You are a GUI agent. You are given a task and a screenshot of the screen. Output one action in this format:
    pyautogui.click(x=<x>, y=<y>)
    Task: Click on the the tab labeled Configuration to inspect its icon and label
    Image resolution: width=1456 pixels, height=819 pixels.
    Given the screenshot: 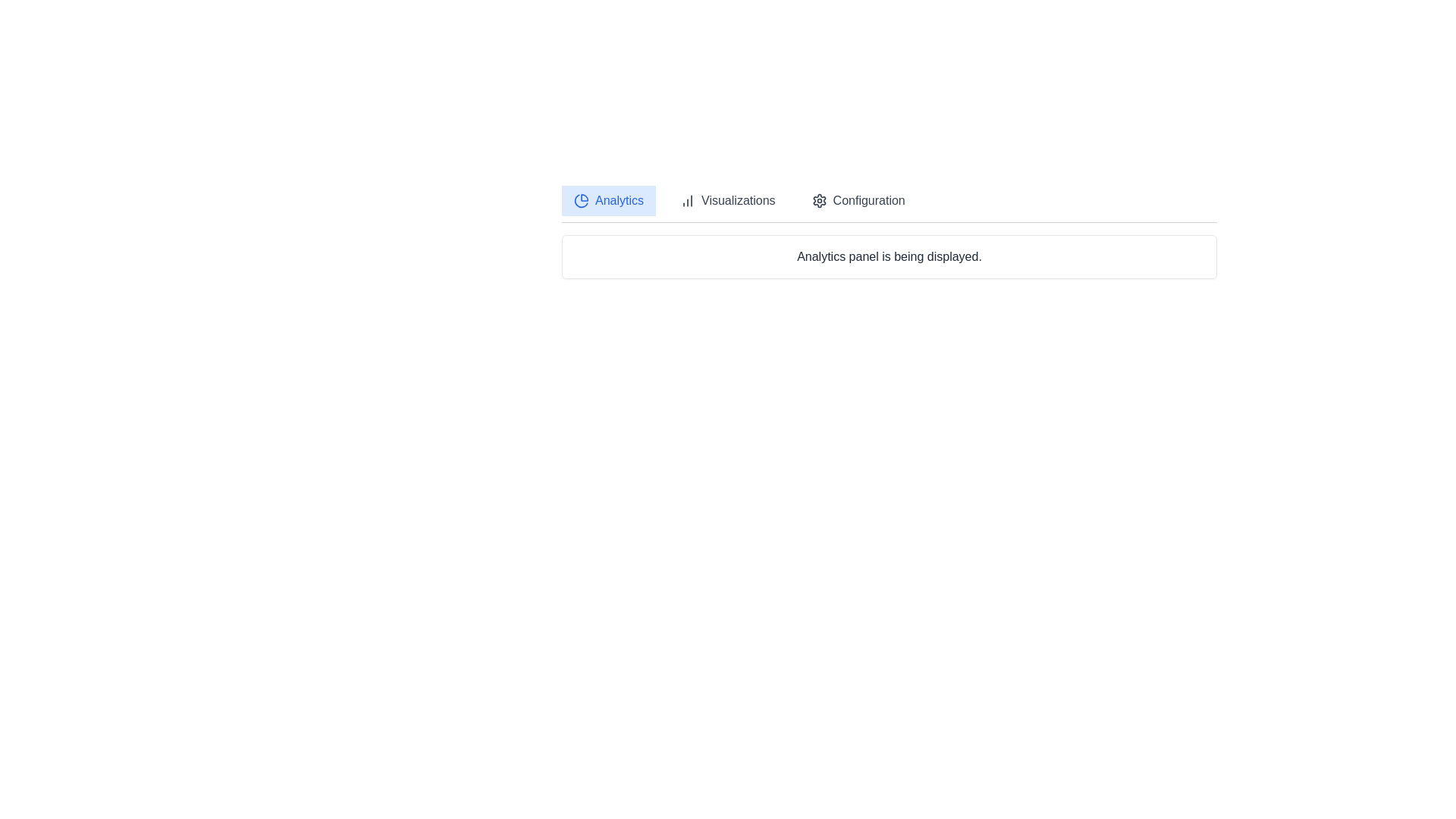 What is the action you would take?
    pyautogui.click(x=858, y=200)
    